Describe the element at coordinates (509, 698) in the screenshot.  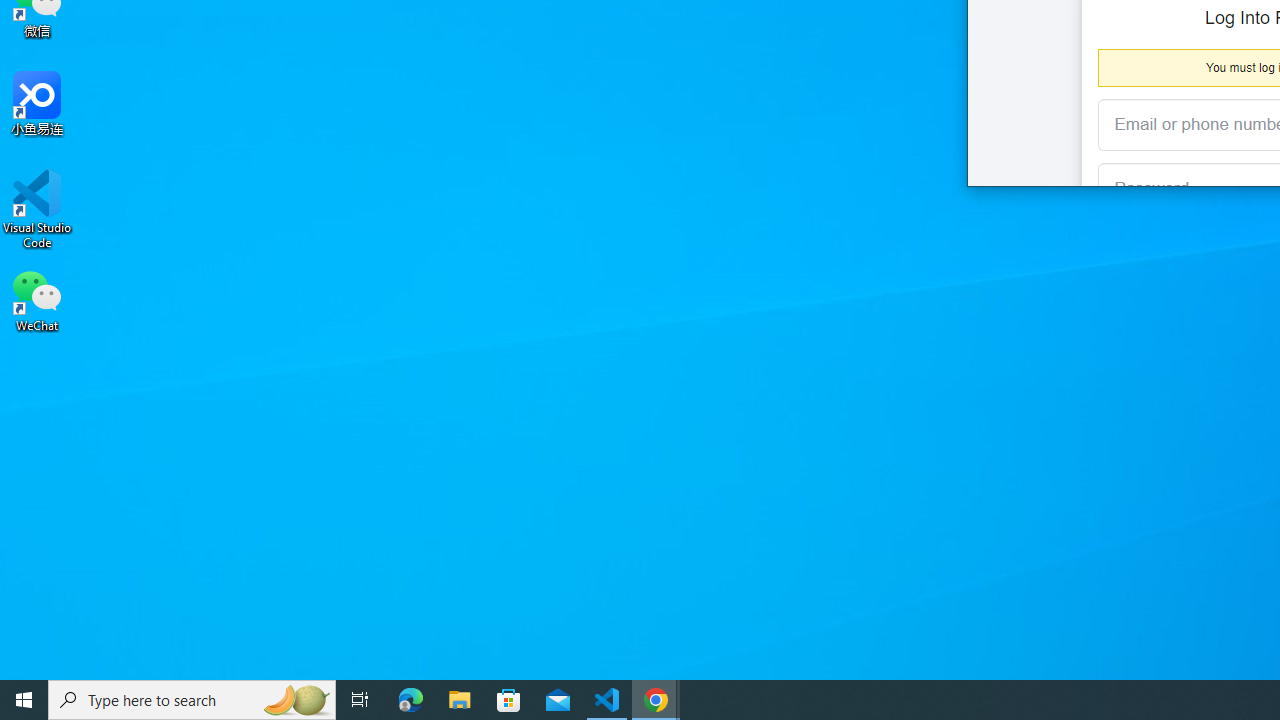
I see `'Microsoft Store'` at that location.